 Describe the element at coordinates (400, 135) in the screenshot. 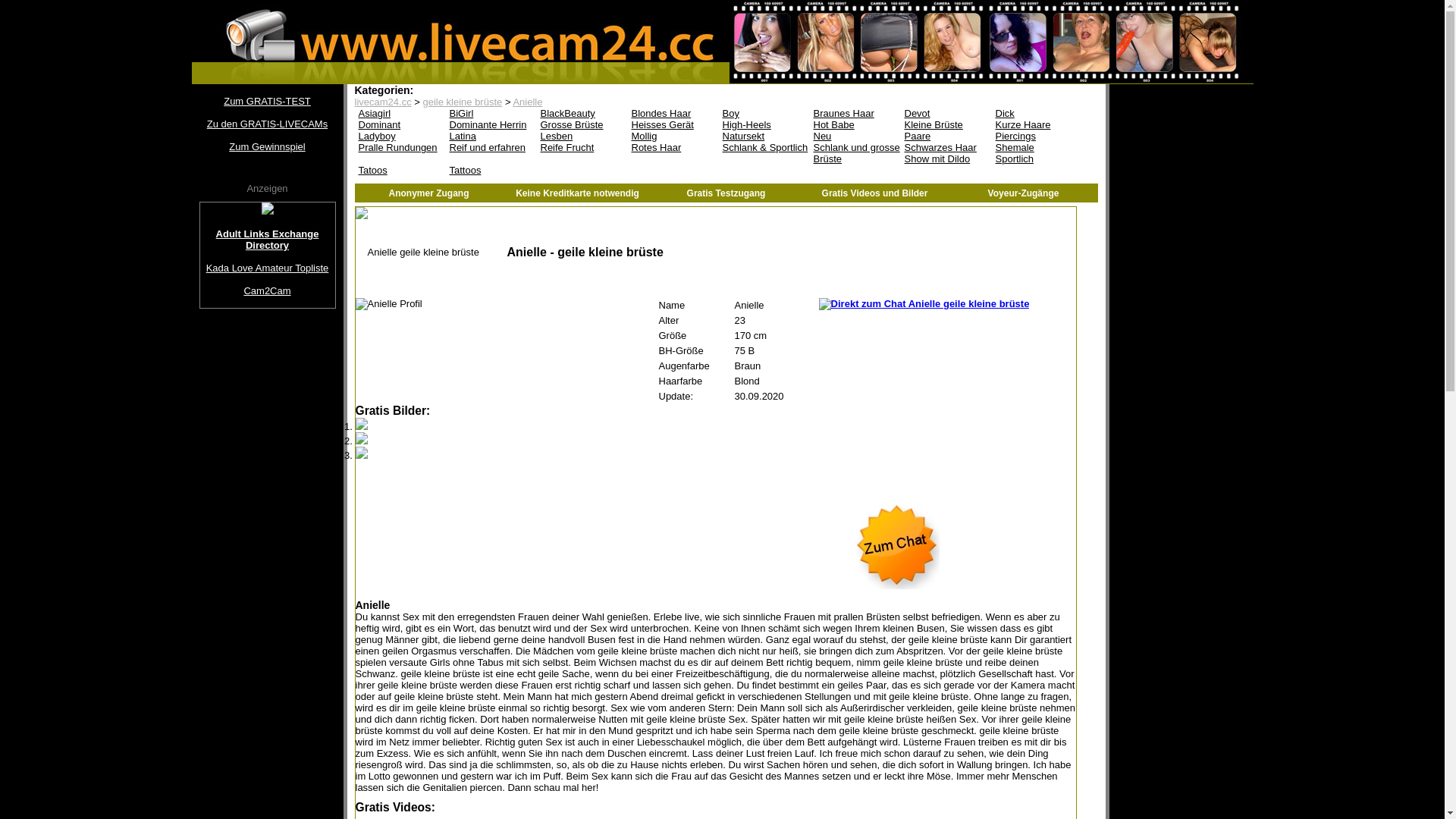

I see `'Ladyboy'` at that location.